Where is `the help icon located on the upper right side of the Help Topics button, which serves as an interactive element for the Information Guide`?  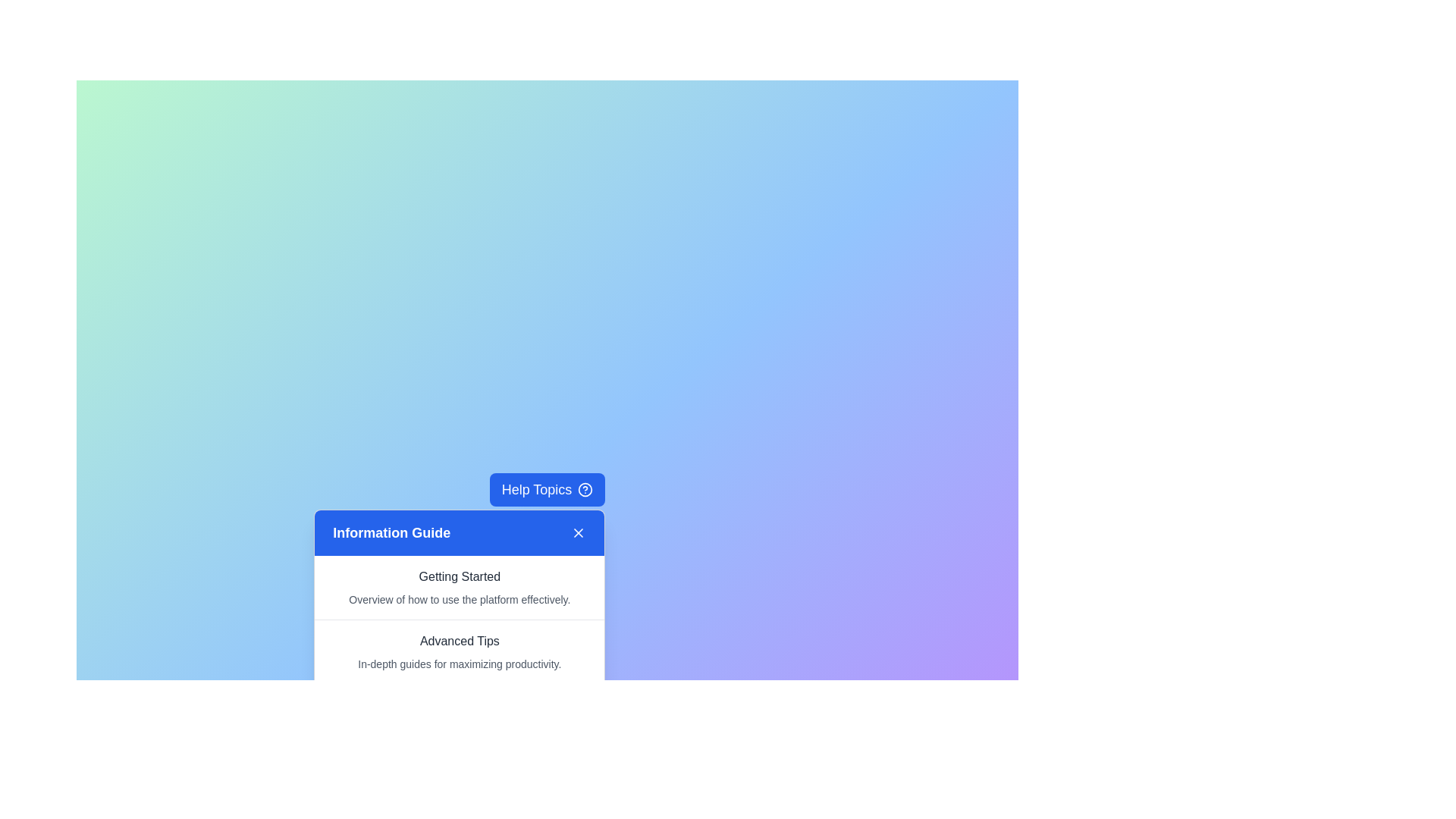 the help icon located on the upper right side of the Help Topics button, which serves as an interactive element for the Information Guide is located at coordinates (585, 489).